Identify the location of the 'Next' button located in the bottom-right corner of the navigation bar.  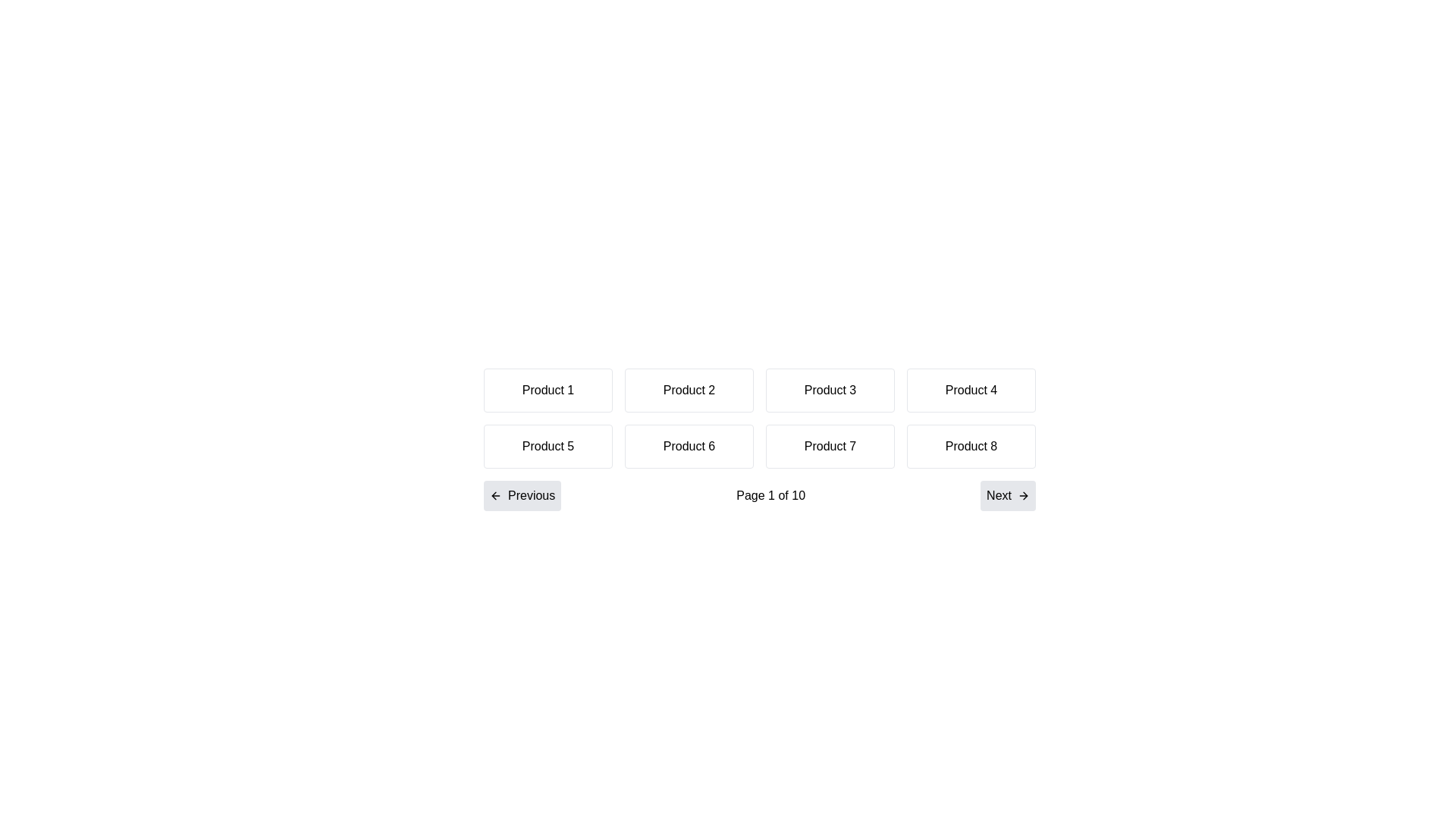
(1008, 496).